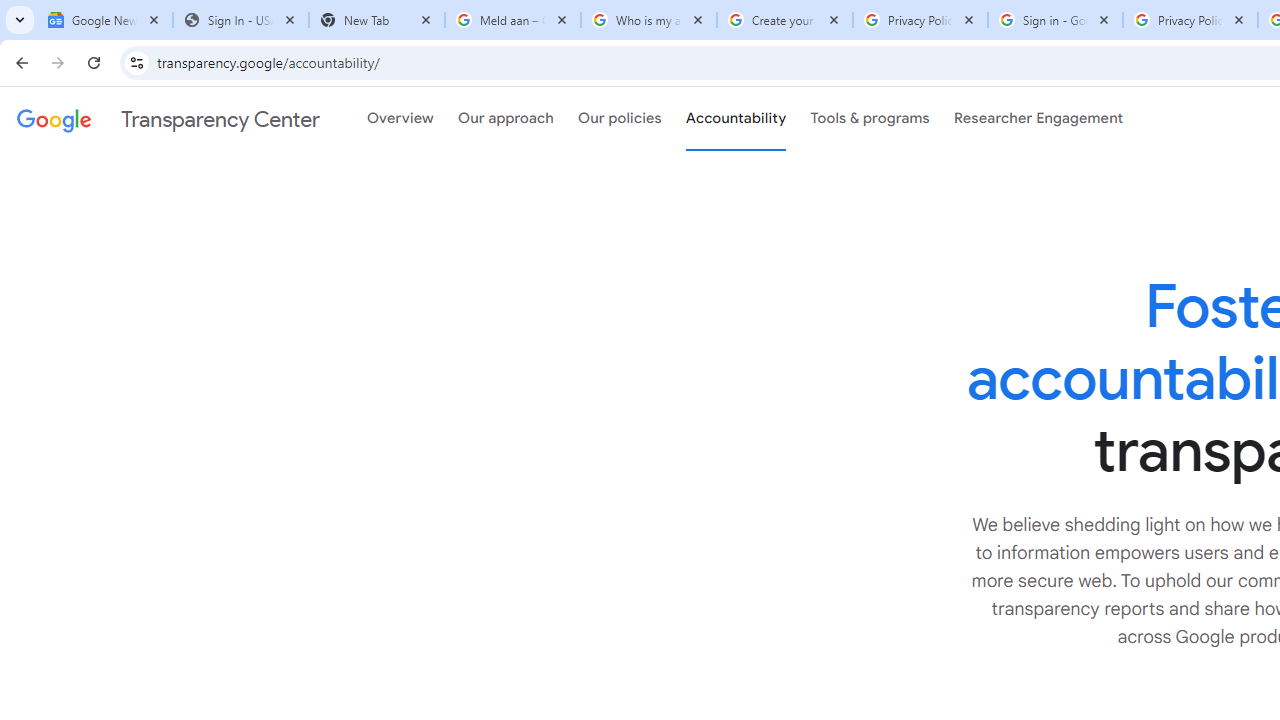 The image size is (1280, 720). What do you see at coordinates (1054, 20) in the screenshot?
I see `'Sign in - Google Accounts'` at bounding box center [1054, 20].